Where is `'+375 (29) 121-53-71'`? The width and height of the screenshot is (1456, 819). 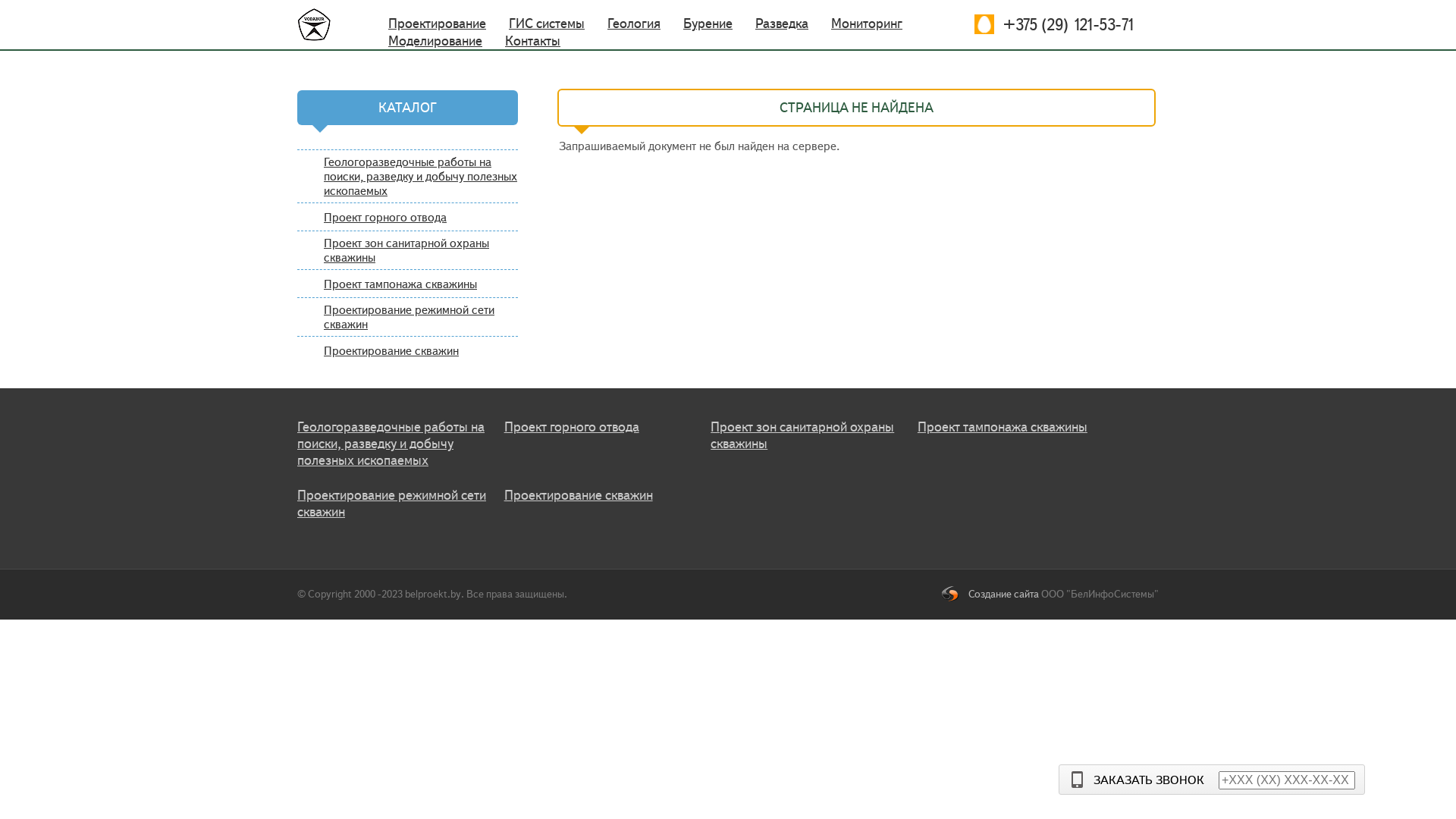
'+375 (29) 121-53-71' is located at coordinates (984, 24).